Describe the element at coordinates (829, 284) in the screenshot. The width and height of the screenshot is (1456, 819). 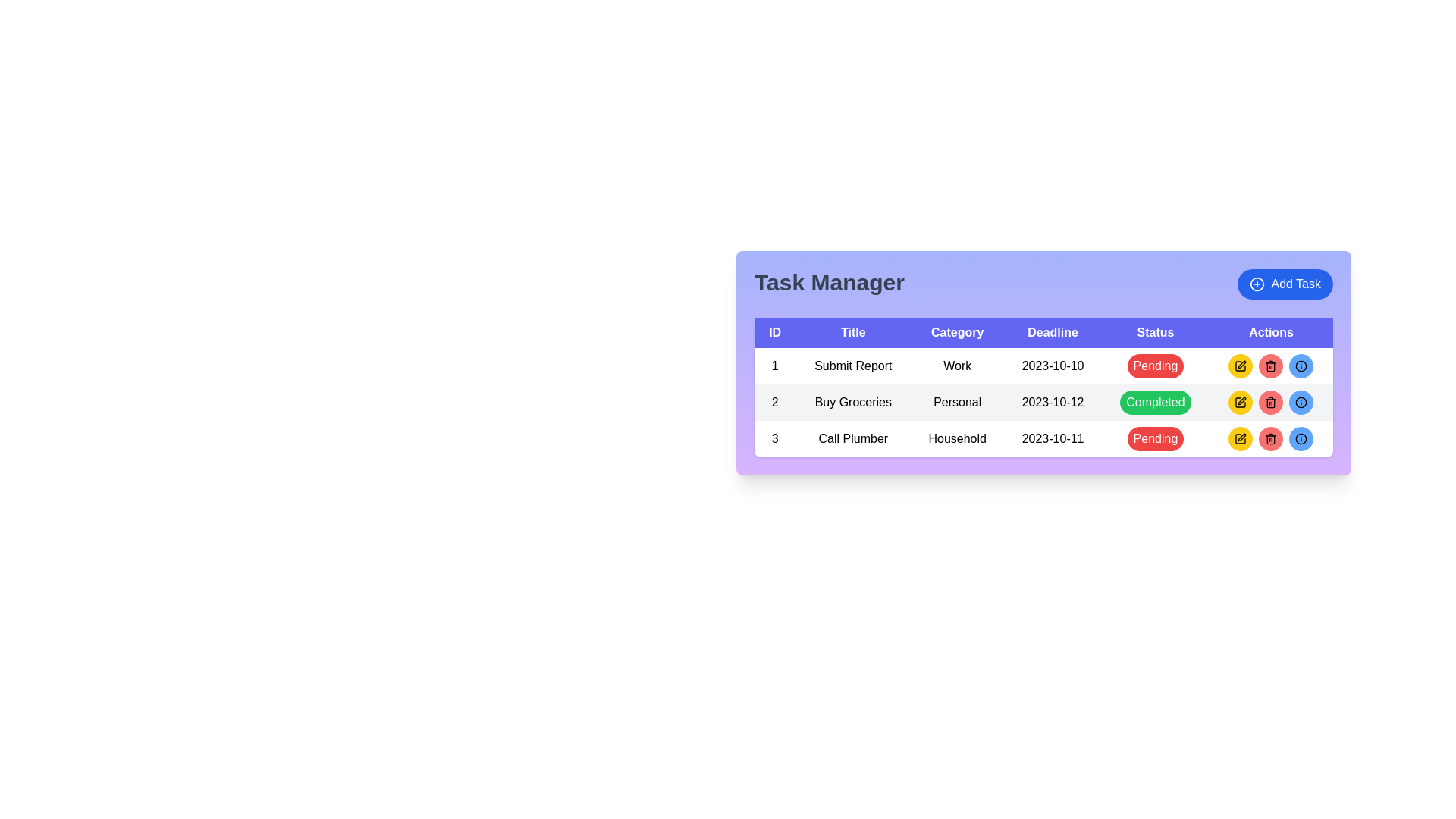
I see `the bold, large-sized 'Task Manager' text heading in gray color located in the top-left corner of the header section` at that location.